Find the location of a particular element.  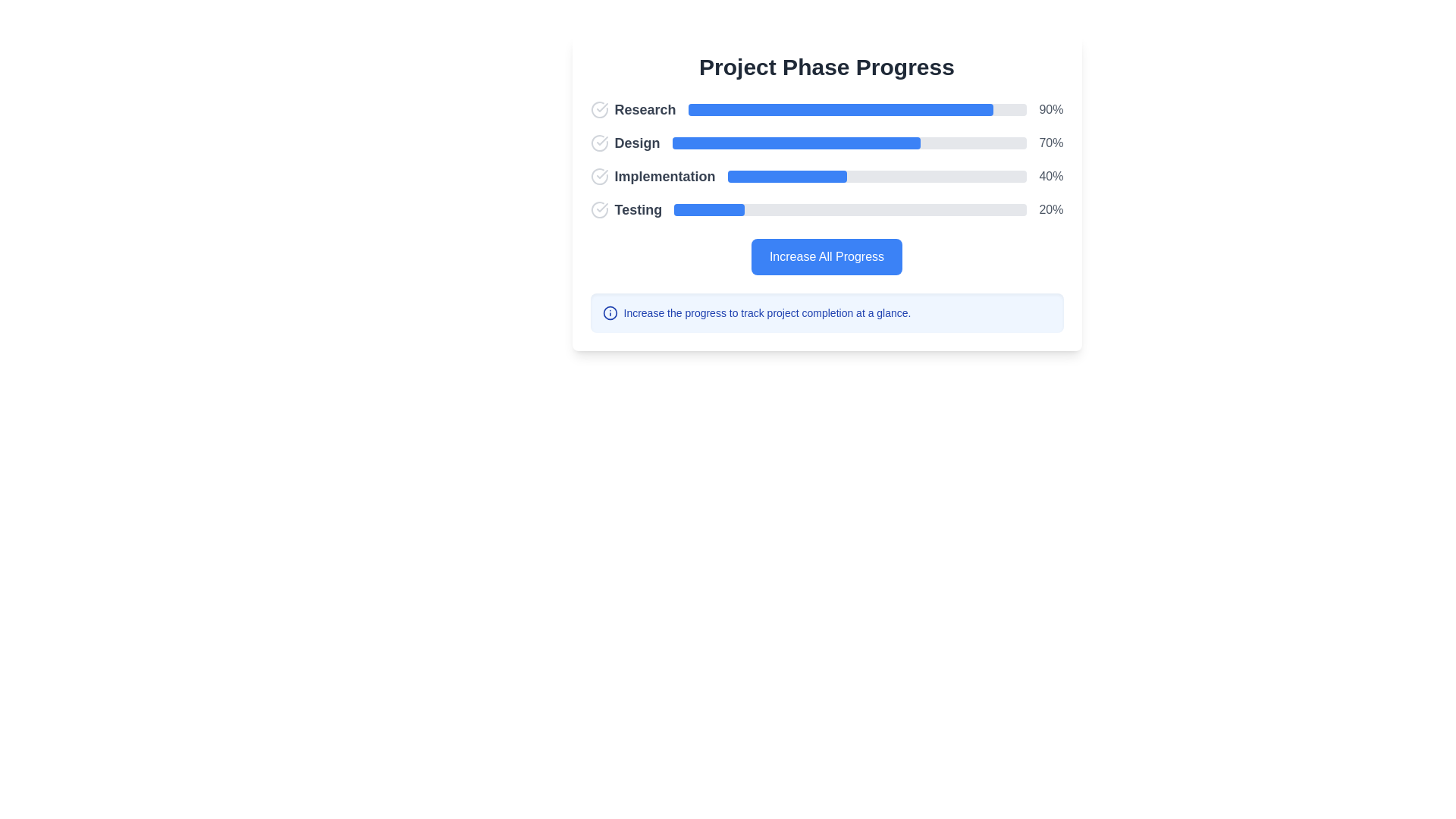

the text label displaying 'Implementation' which is styled with larger and bold font, located under 'Project Phase Progress' as the third item in the list is located at coordinates (665, 175).